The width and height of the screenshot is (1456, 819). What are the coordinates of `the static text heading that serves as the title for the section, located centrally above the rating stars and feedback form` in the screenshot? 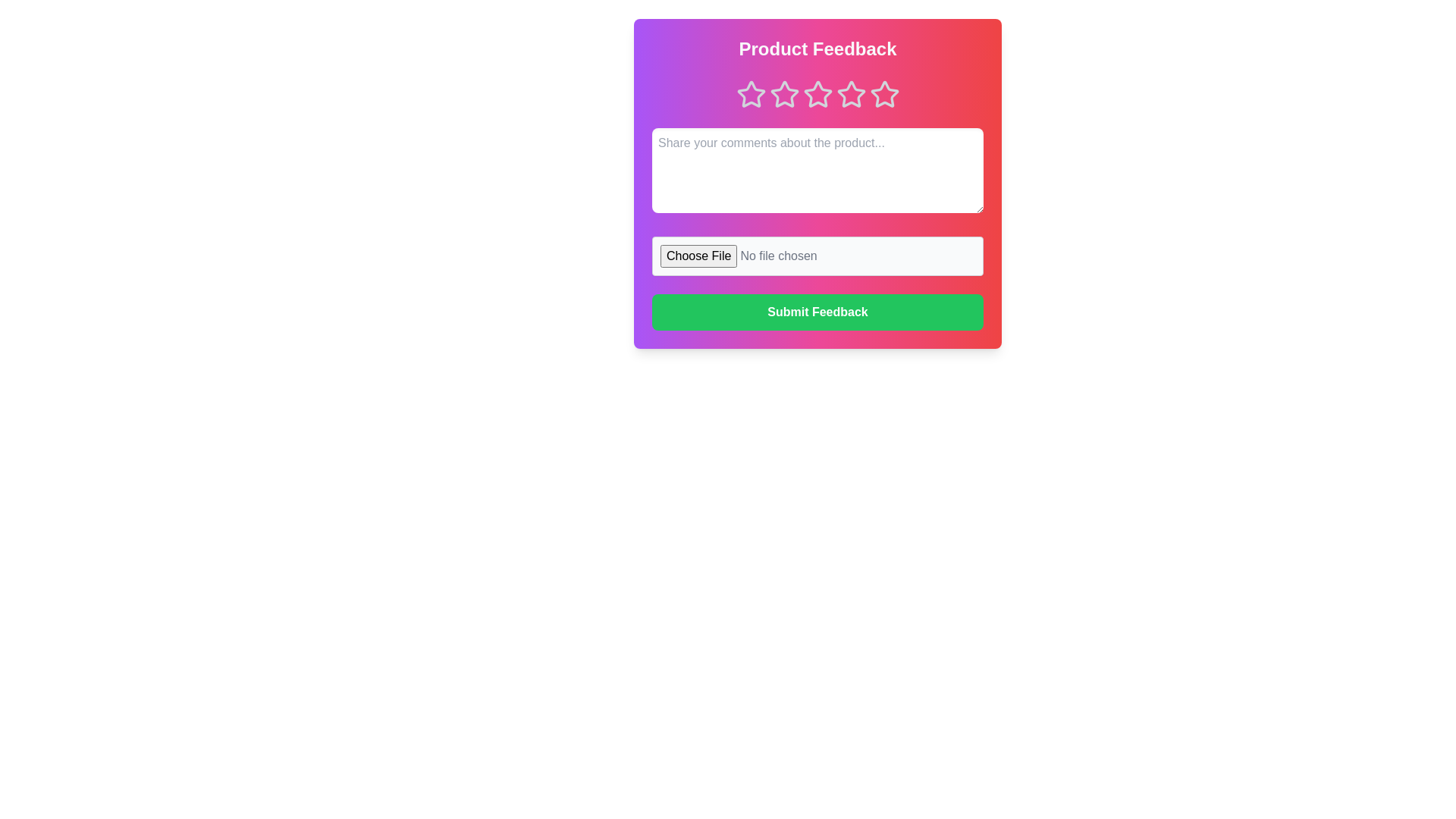 It's located at (817, 49).